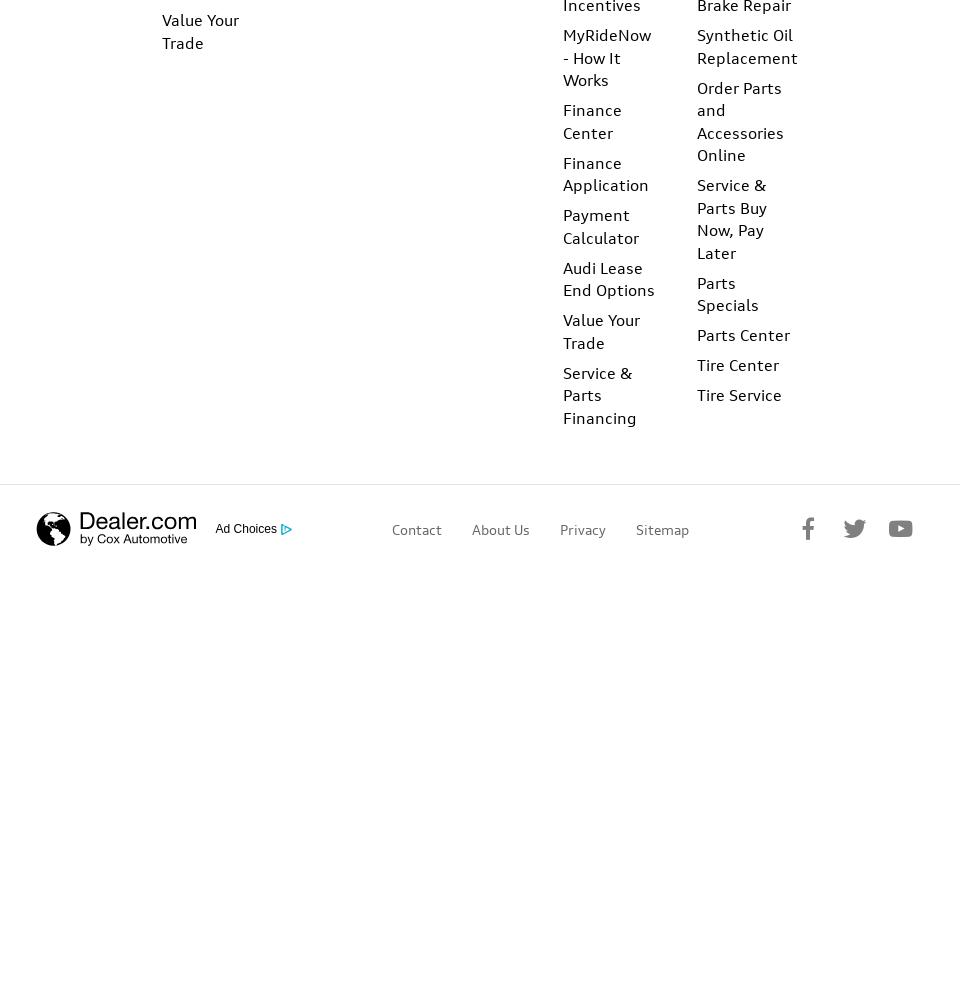 This screenshot has width=960, height=1000. What do you see at coordinates (608, 278) in the screenshot?
I see `'Audi Lease End Options'` at bounding box center [608, 278].